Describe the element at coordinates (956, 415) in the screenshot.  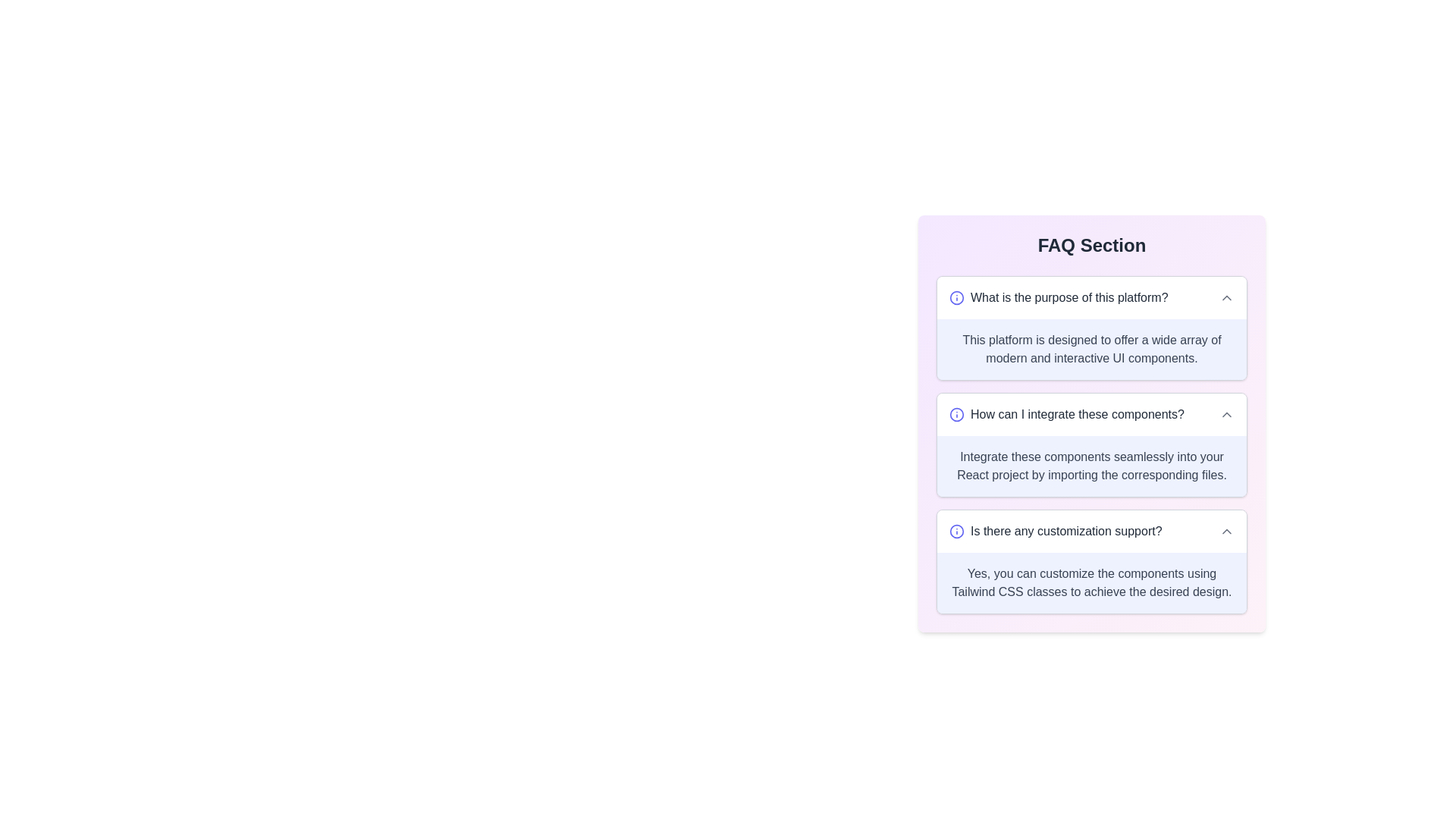
I see `the circular SVG shape located to the left of the expanded FAQ entry titled 'How can I integrate these components?'` at that location.